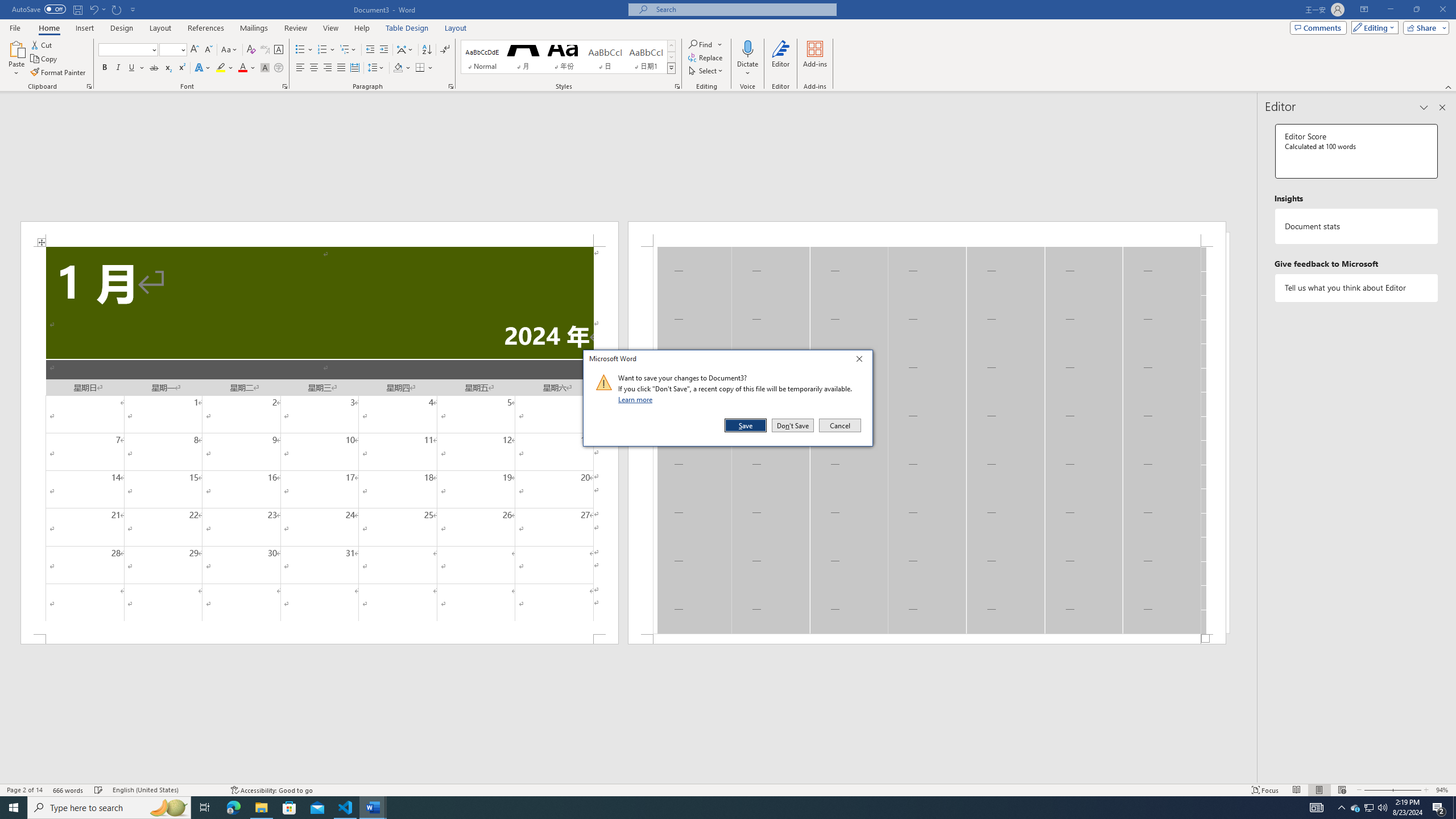 The width and height of the screenshot is (1456, 819). I want to click on 'Font Size', so click(172, 49).